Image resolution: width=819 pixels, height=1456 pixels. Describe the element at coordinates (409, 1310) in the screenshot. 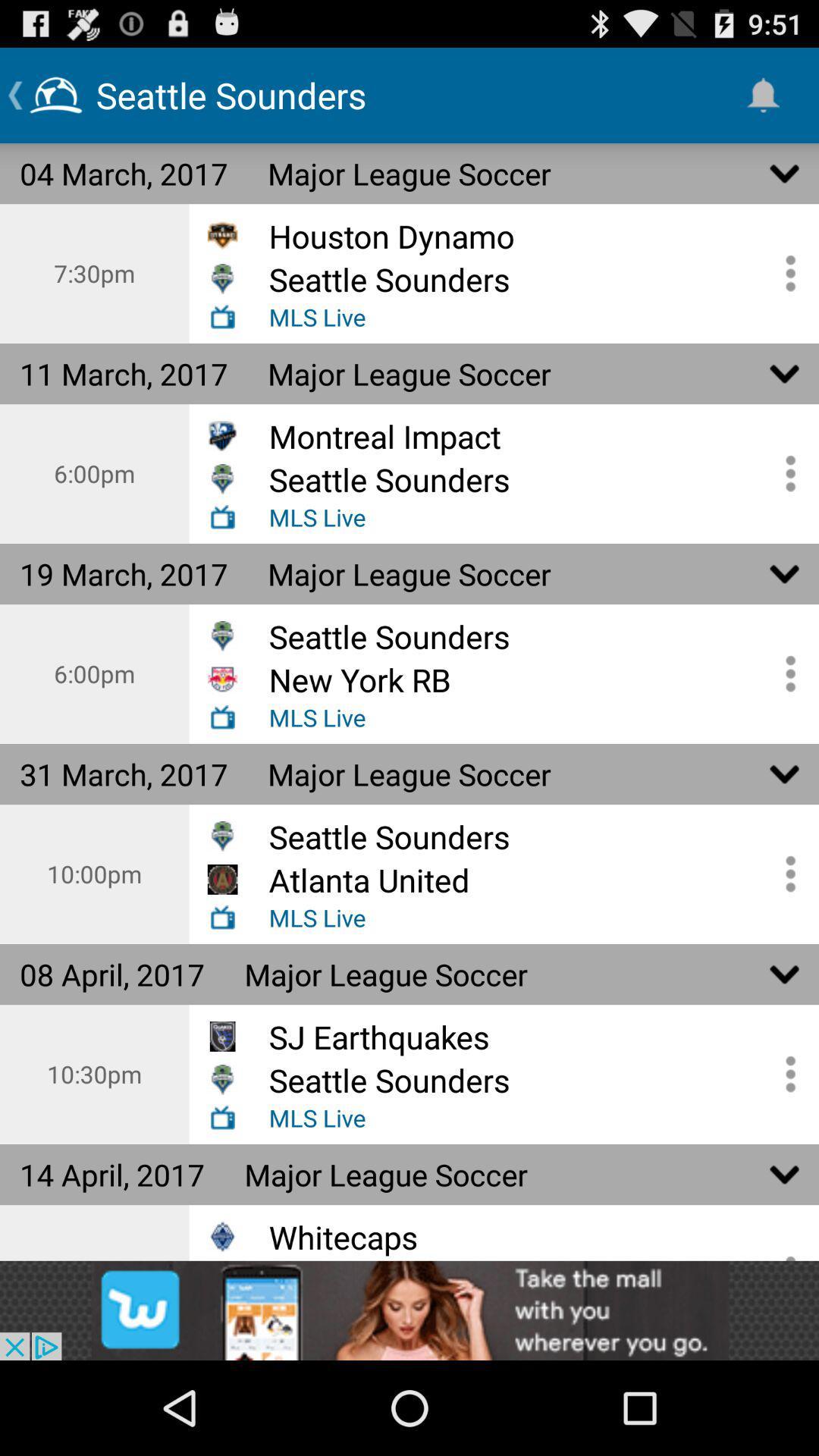

I see `wish advertisement page` at that location.